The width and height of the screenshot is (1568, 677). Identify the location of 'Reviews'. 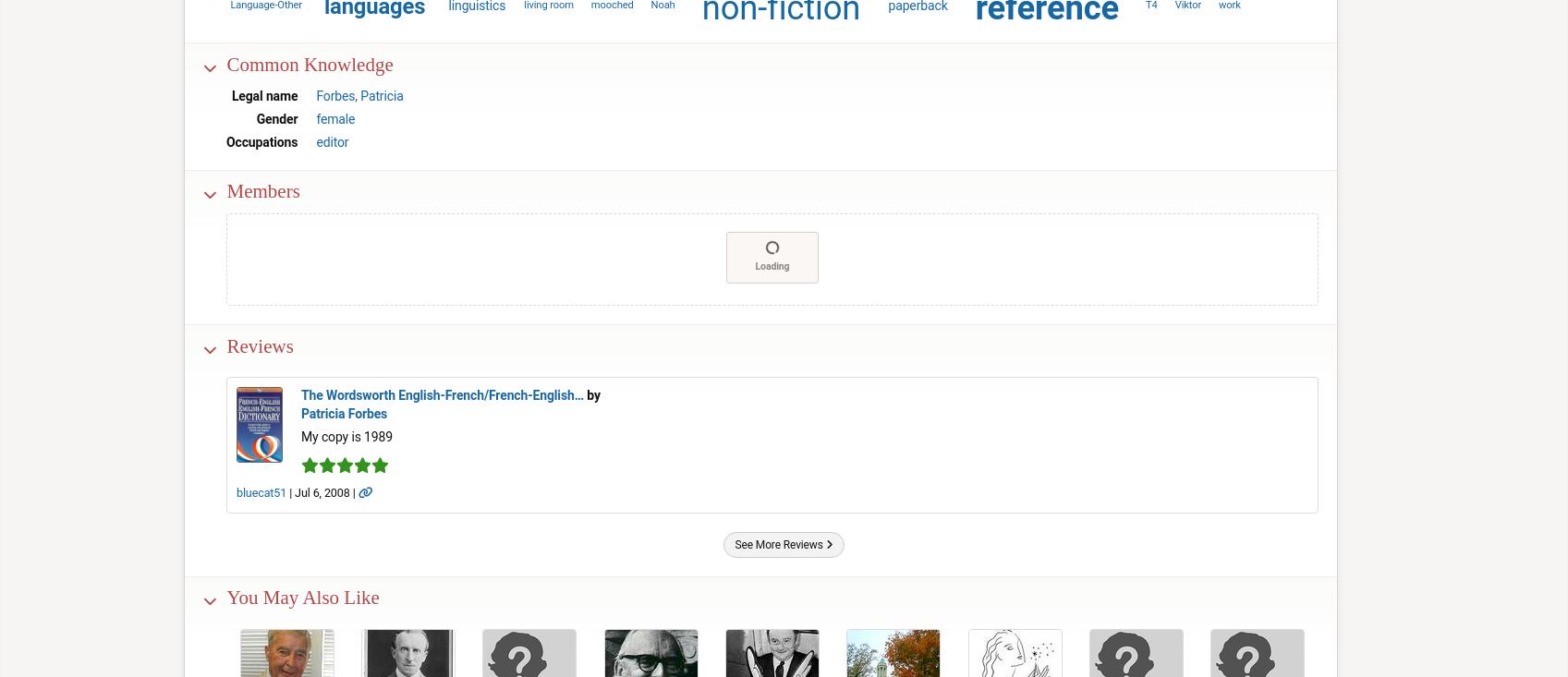
(259, 345).